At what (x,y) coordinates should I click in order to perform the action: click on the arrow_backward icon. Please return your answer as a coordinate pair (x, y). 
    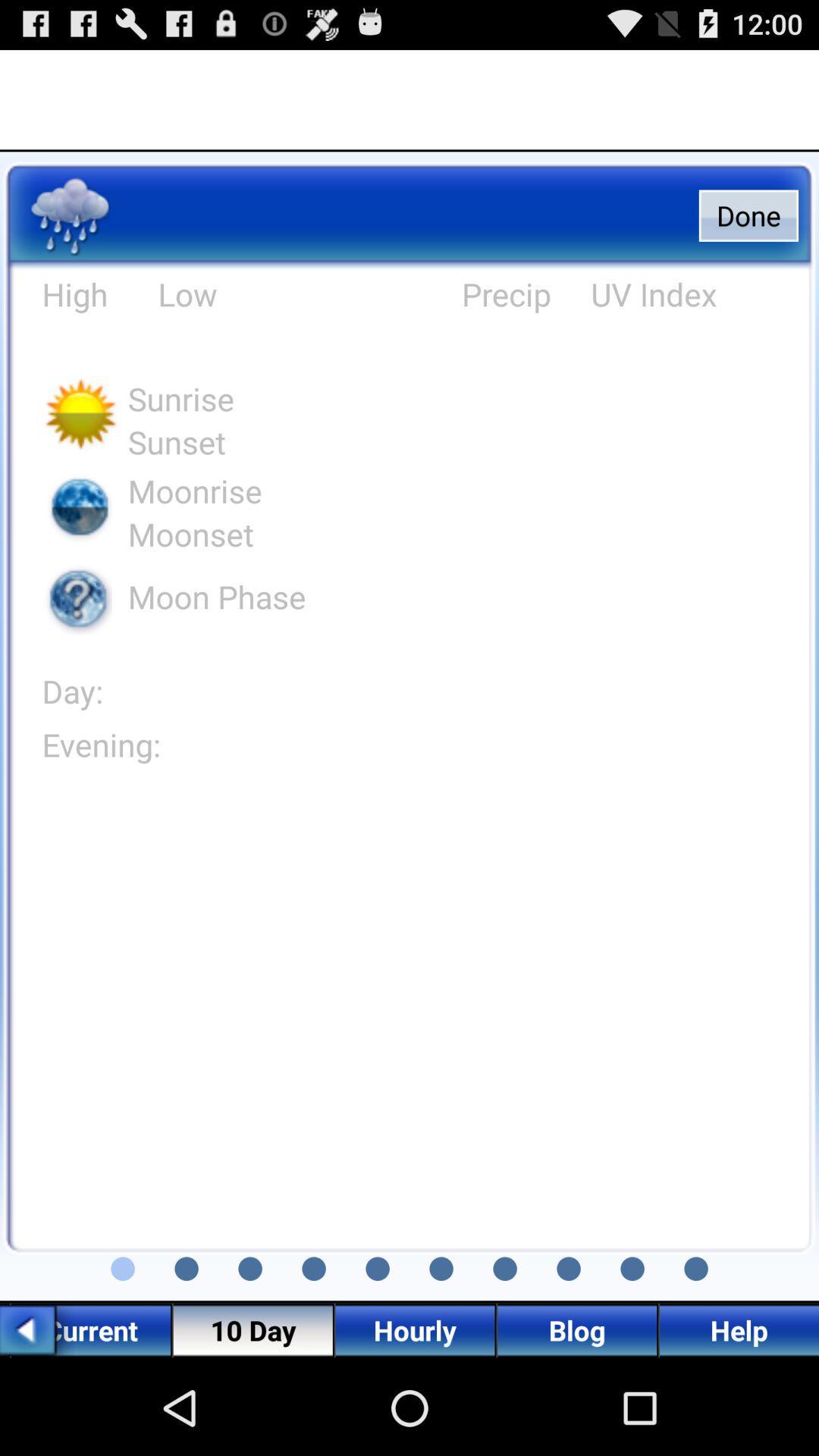
    Looking at the image, I should click on (36, 1423).